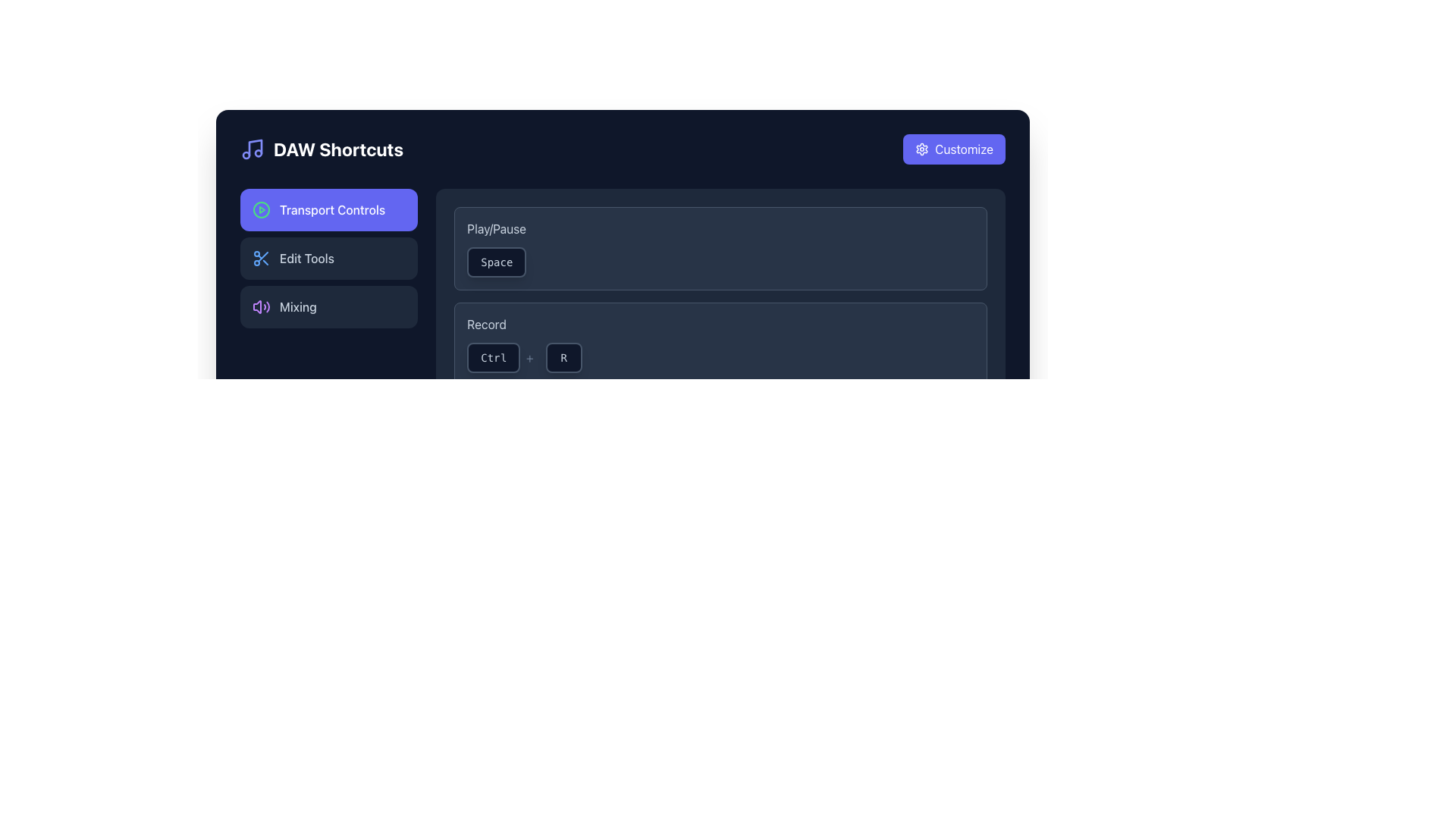 The width and height of the screenshot is (1456, 819). Describe the element at coordinates (503, 357) in the screenshot. I see `the 'Ctrl' button-like visual element with a dark slate background and rounded corners, part of the 'Record' shortcut representation` at that location.